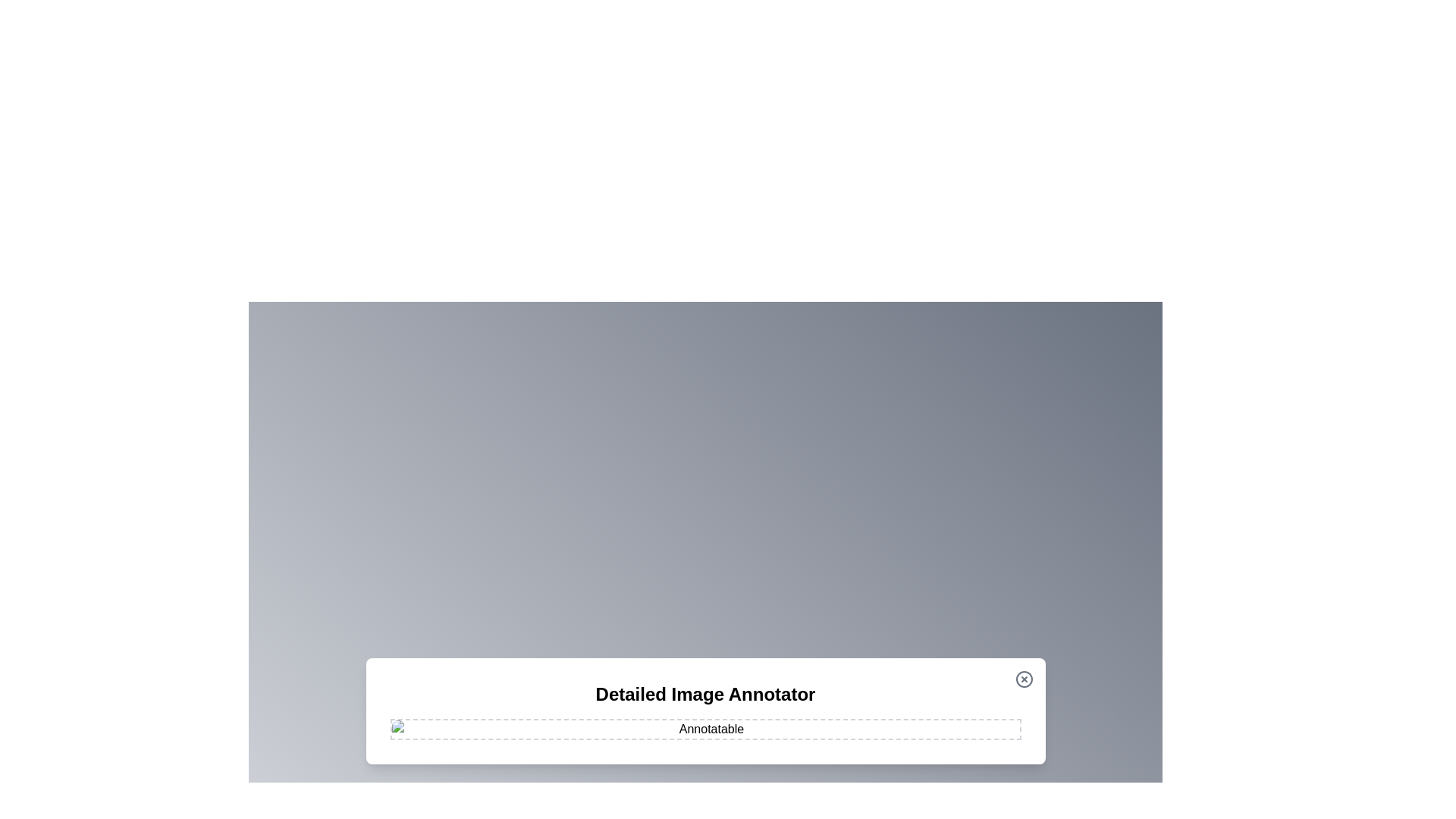 This screenshot has height=819, width=1456. Describe the element at coordinates (464, 736) in the screenshot. I see `the image at coordinates (613, 973) to add an annotation` at that location.